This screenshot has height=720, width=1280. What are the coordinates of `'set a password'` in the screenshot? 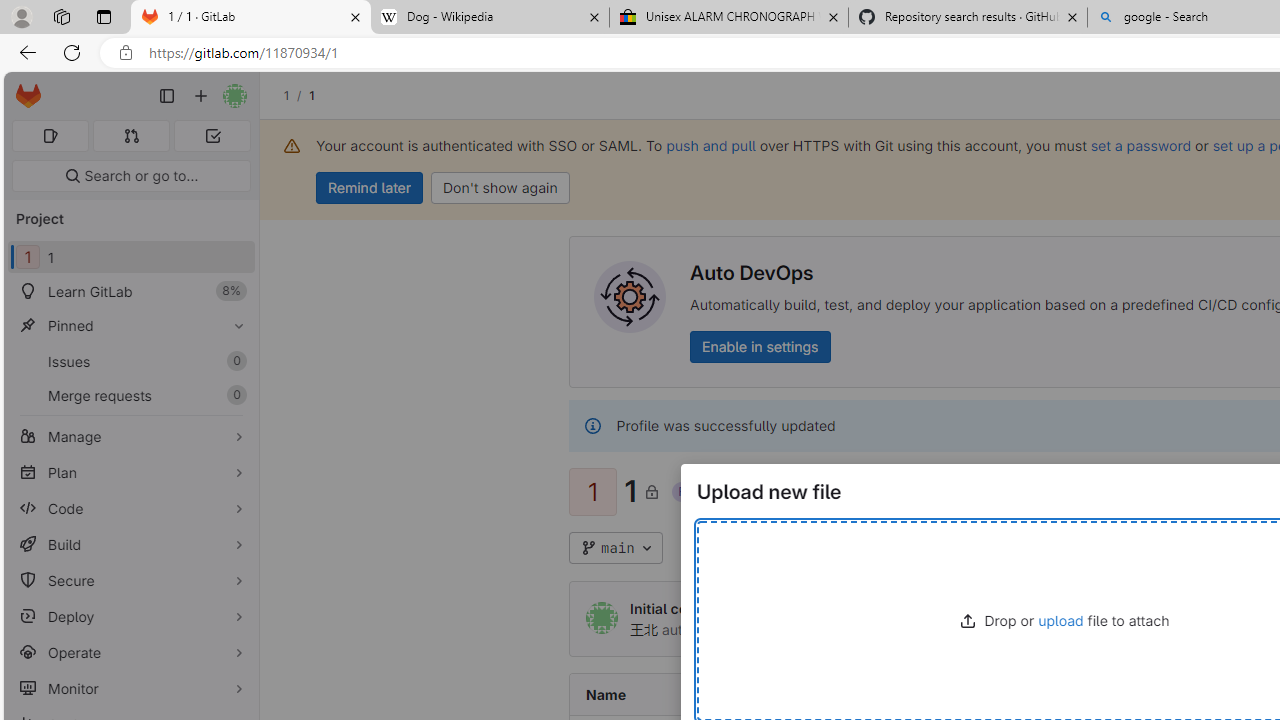 It's located at (1141, 144).